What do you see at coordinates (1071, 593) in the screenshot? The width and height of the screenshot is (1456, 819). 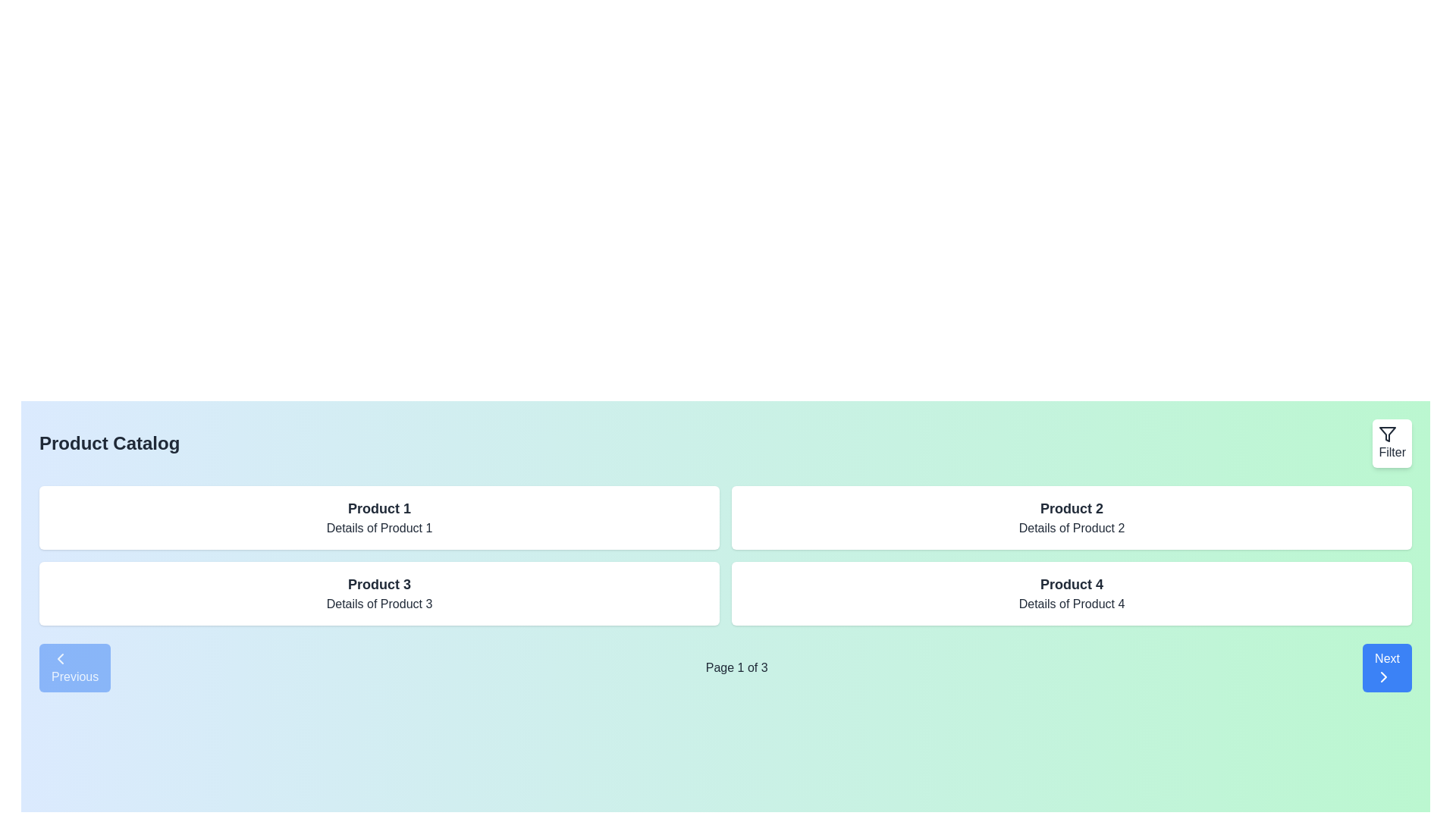 I see `text content of the Card component located in the bottom-right grid cell of the layout, which presents a product overview` at bounding box center [1071, 593].